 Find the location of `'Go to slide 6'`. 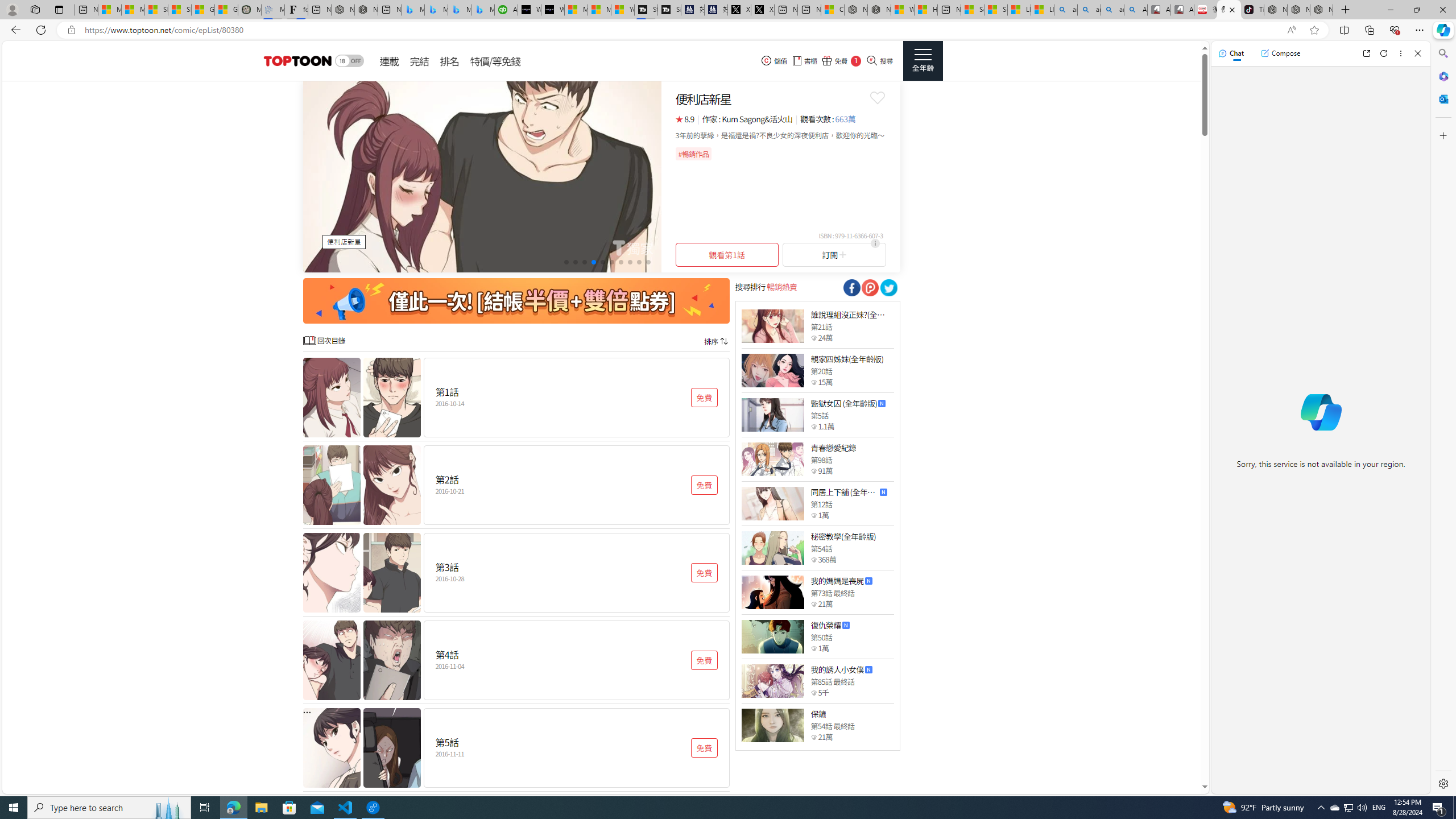

'Go to slide 6' is located at coordinates (611, 261).